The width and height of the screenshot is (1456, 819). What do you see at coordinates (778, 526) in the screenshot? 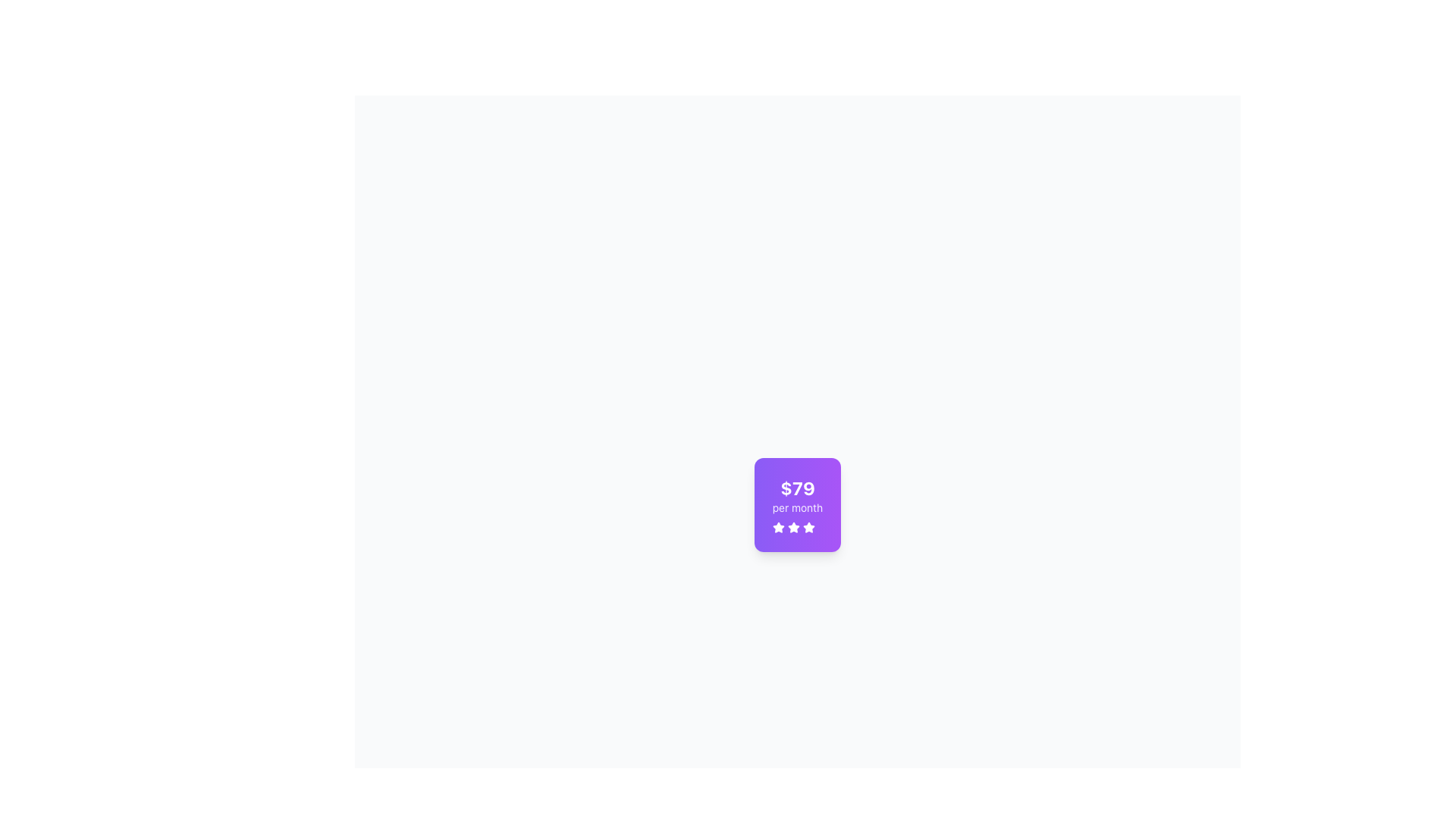
I see `the leftmost five-pointed star icon, which is white on a purple background, to highlight or select it for a rating` at bounding box center [778, 526].